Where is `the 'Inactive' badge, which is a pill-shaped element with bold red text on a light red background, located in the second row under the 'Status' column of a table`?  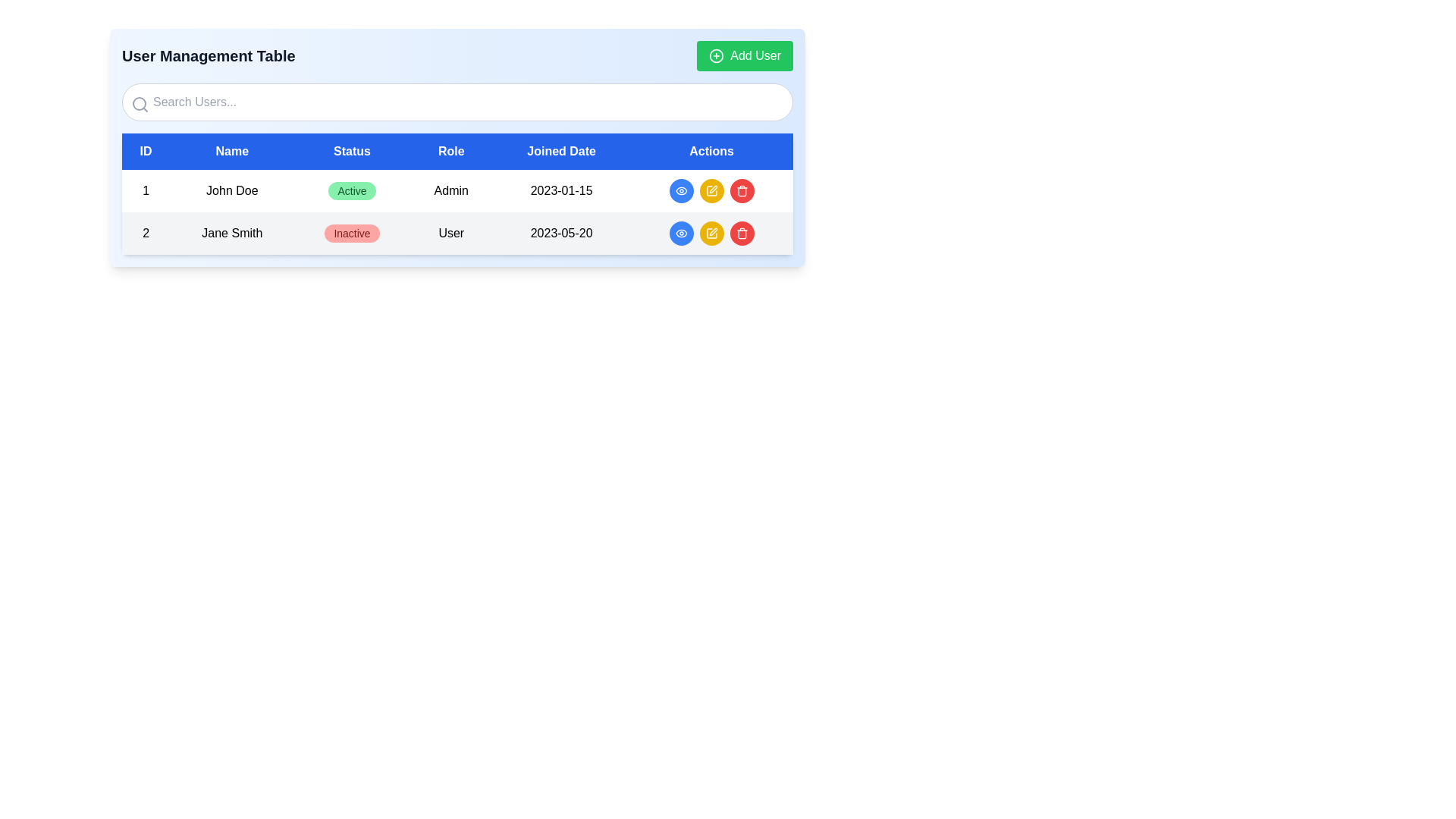
the 'Inactive' badge, which is a pill-shaped element with bold red text on a light red background, located in the second row under the 'Status' column of a table is located at coordinates (351, 234).